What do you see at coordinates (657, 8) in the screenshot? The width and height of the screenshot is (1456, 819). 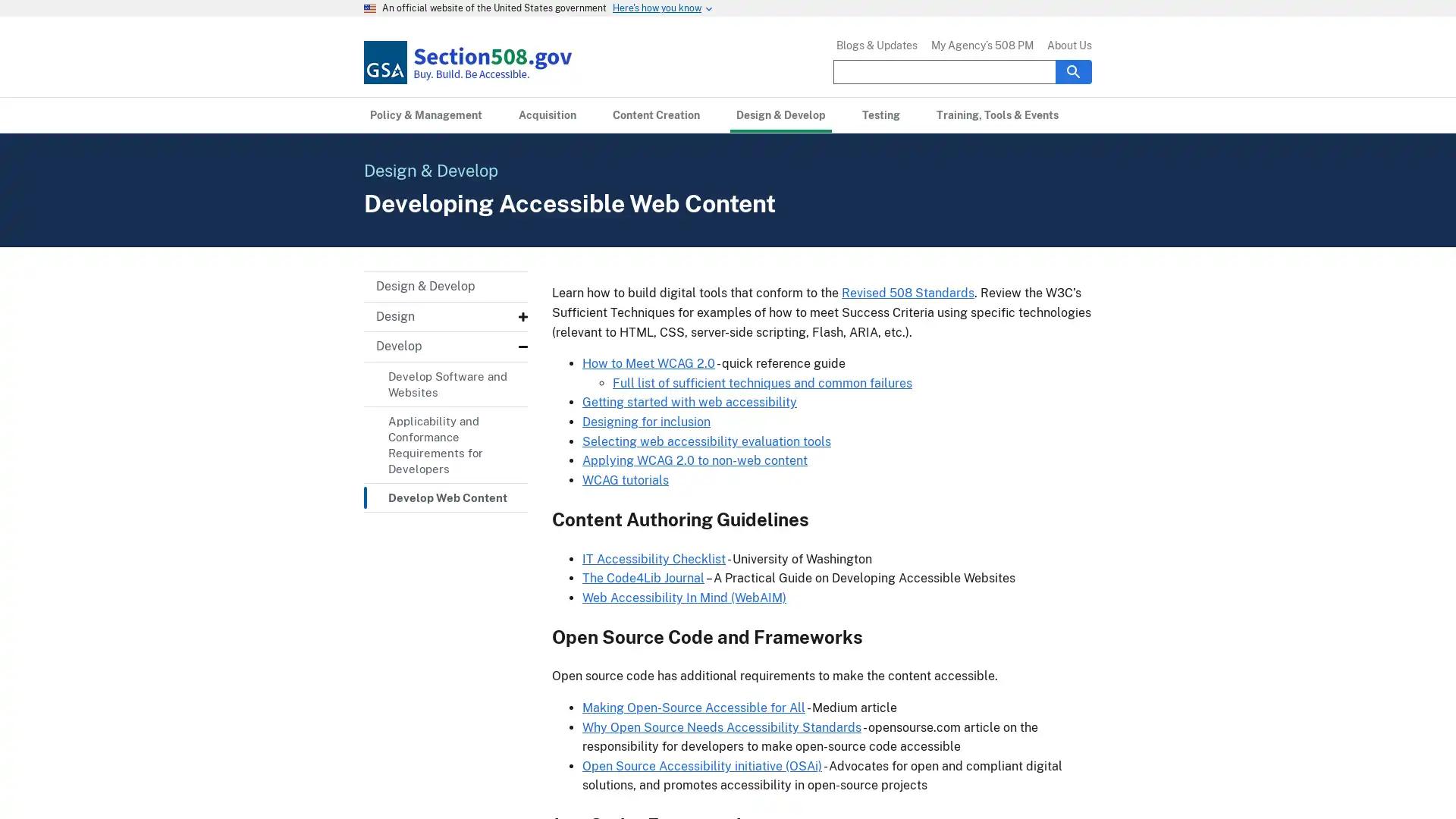 I see `Here's how you know` at bounding box center [657, 8].